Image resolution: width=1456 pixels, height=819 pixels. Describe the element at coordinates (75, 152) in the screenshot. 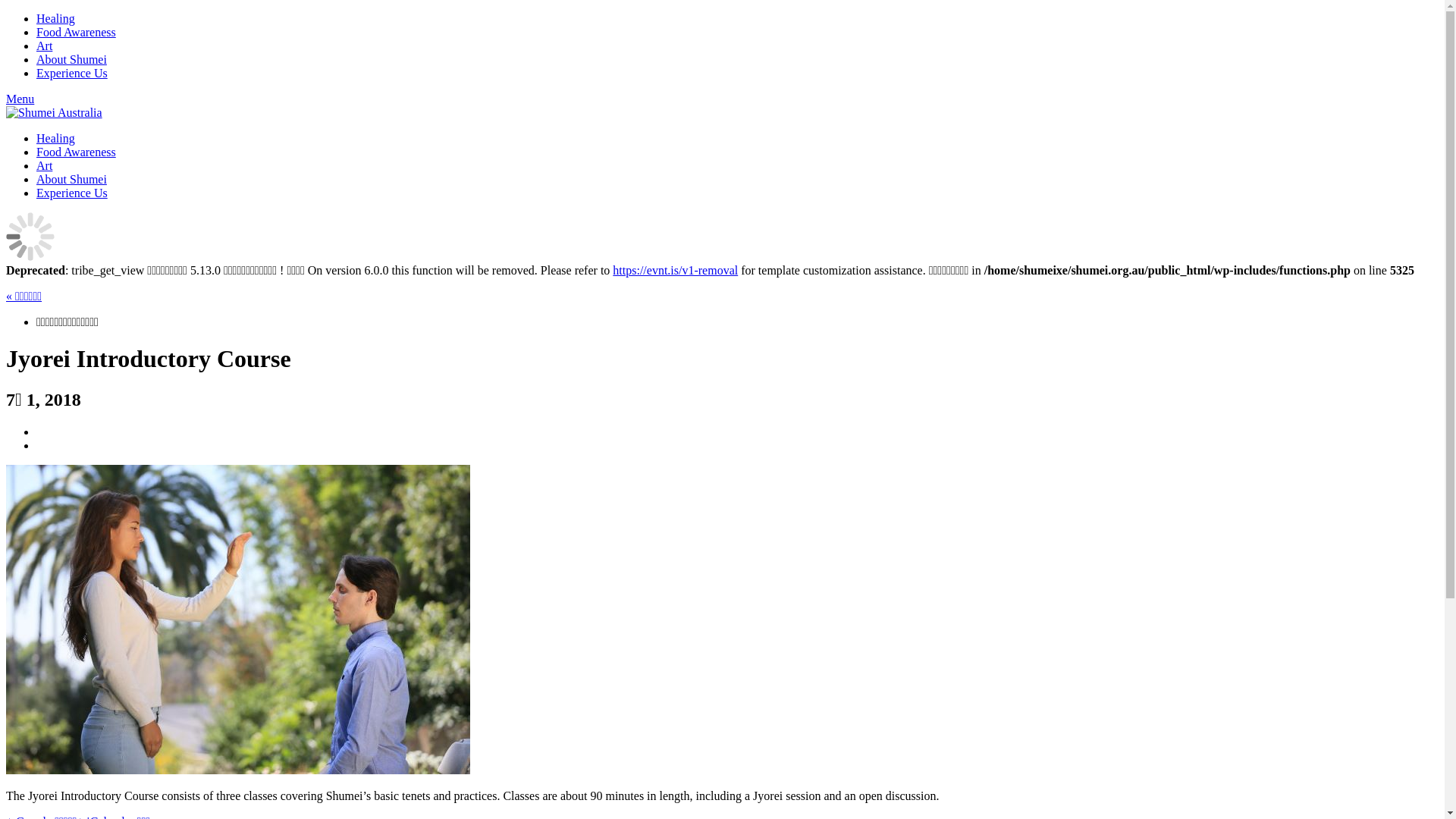

I see `'Food Awareness'` at that location.